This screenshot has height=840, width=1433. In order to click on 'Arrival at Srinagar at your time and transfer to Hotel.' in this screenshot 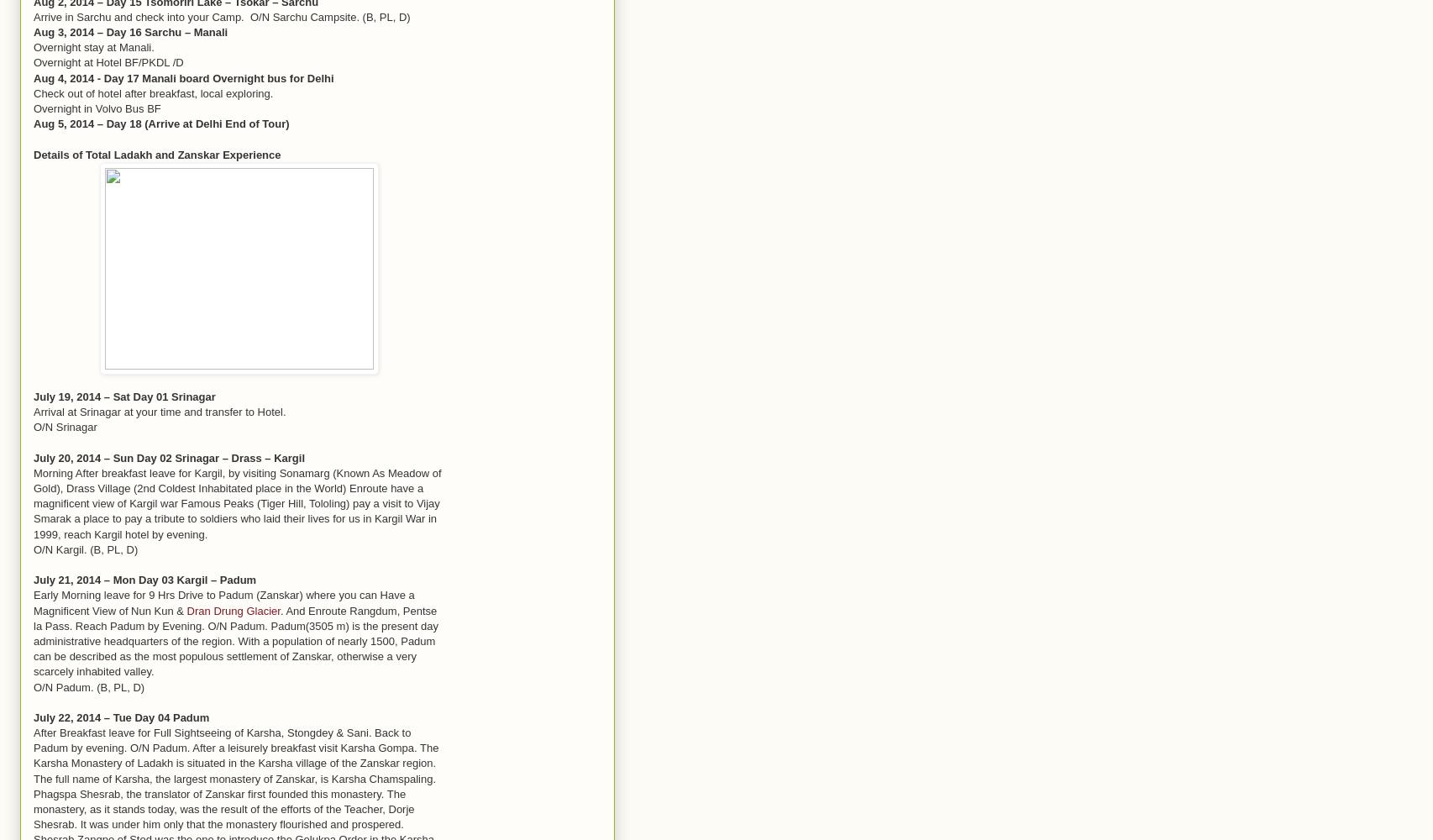, I will do `click(160, 411)`.